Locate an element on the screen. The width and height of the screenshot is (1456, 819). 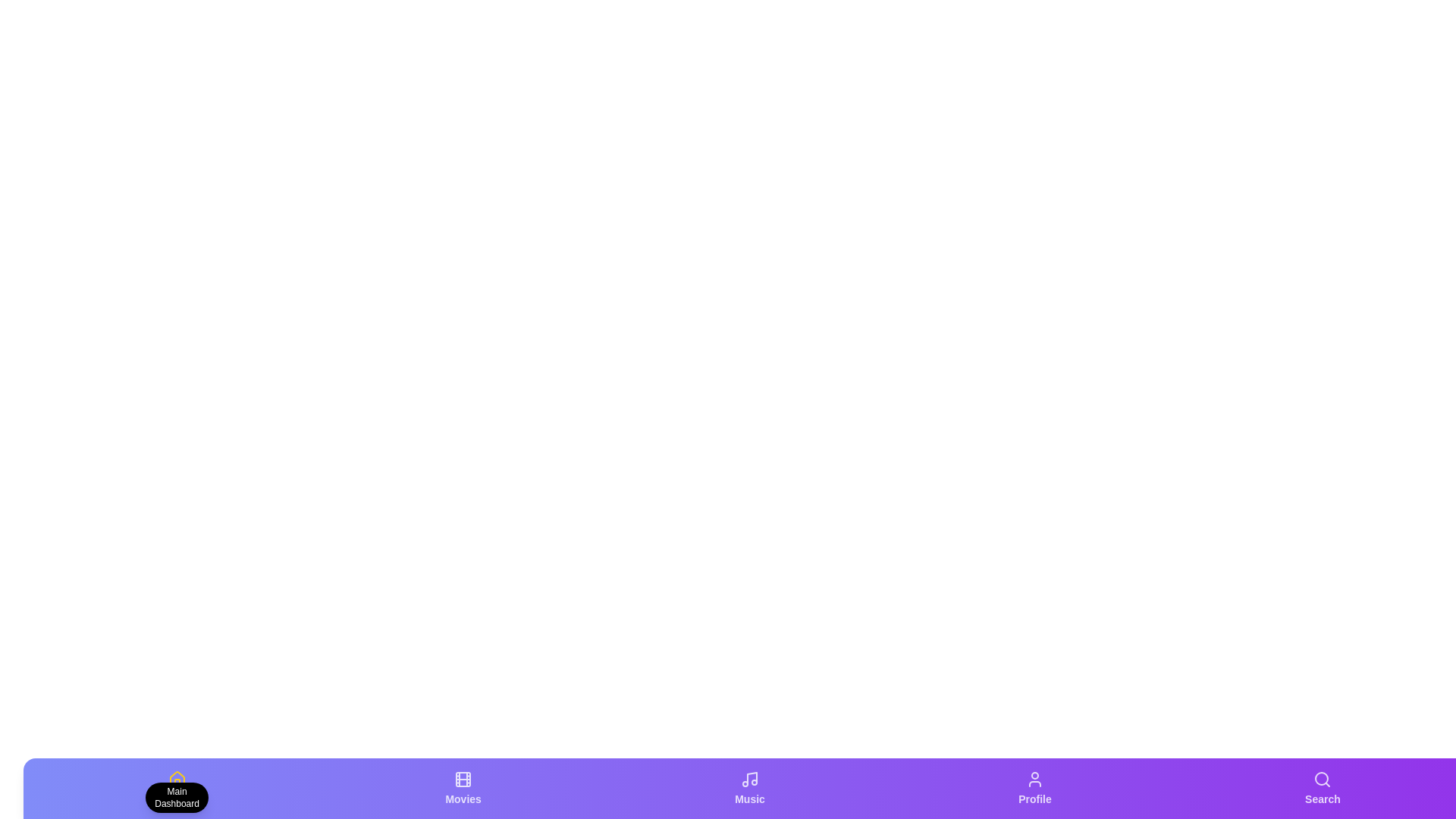
the Search tab by clicking on it is located at coordinates (1321, 788).